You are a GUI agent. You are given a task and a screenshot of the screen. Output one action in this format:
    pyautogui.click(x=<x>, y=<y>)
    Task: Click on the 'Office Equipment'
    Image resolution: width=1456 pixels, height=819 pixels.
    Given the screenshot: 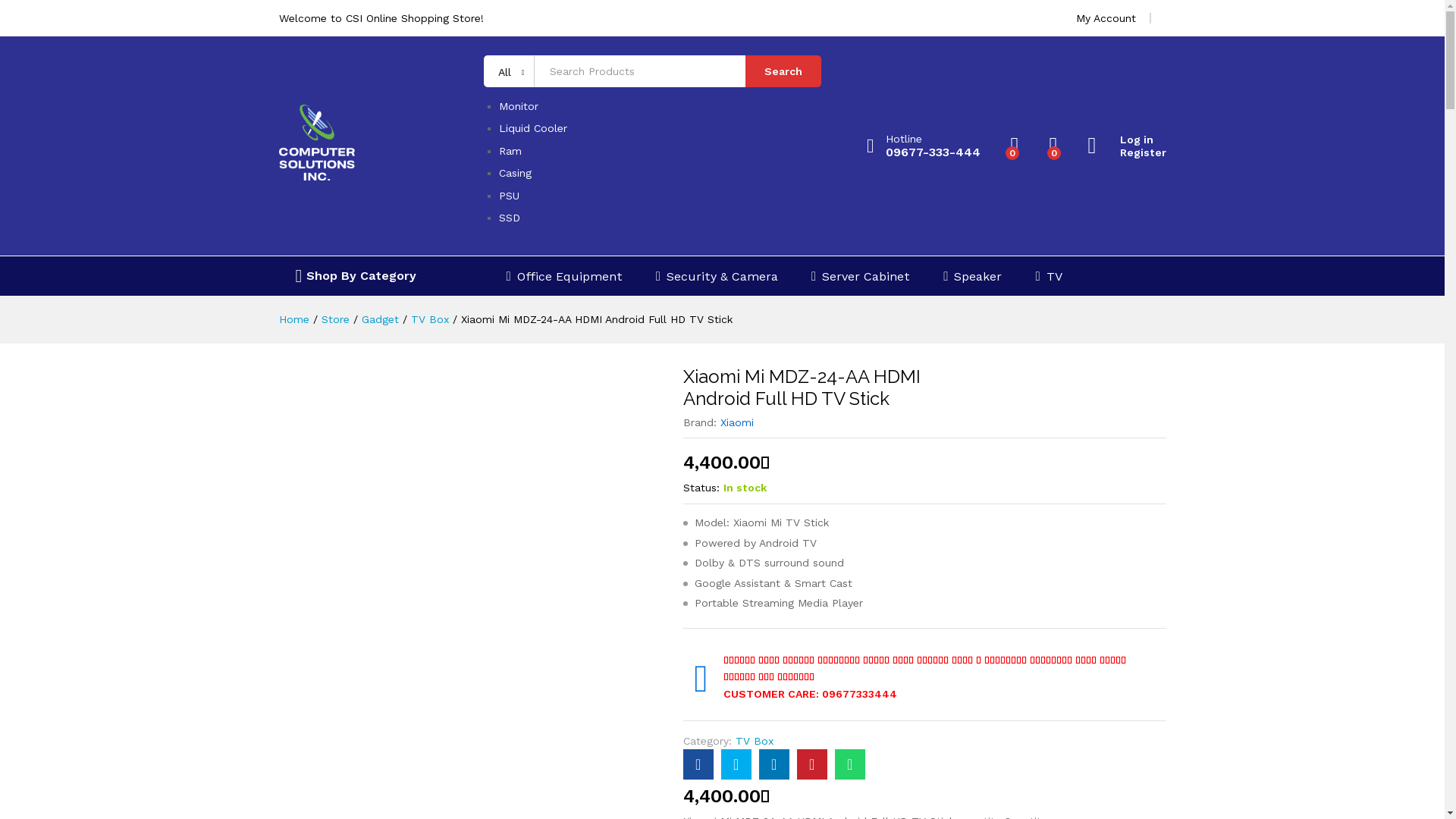 What is the action you would take?
    pyautogui.click(x=506, y=276)
    